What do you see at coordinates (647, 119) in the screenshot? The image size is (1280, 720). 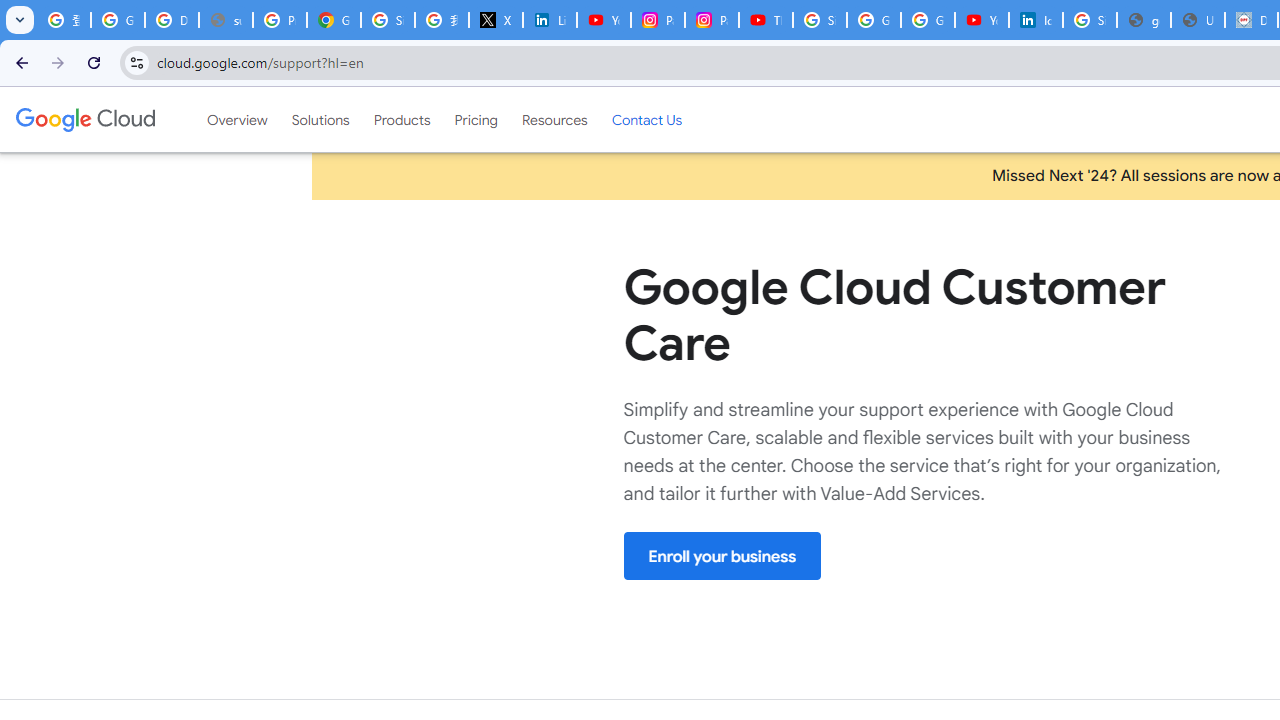 I see `'Contact Us'` at bounding box center [647, 119].